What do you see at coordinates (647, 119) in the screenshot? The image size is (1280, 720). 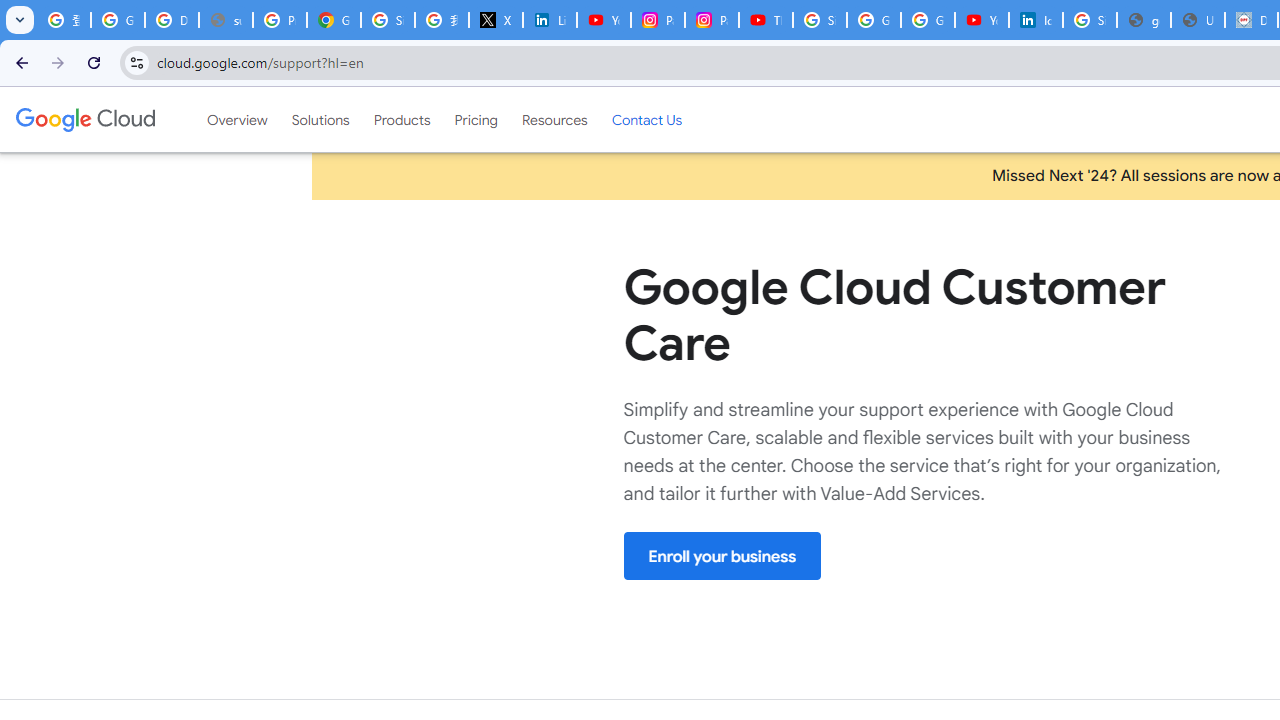 I see `'Contact Us'` at bounding box center [647, 119].